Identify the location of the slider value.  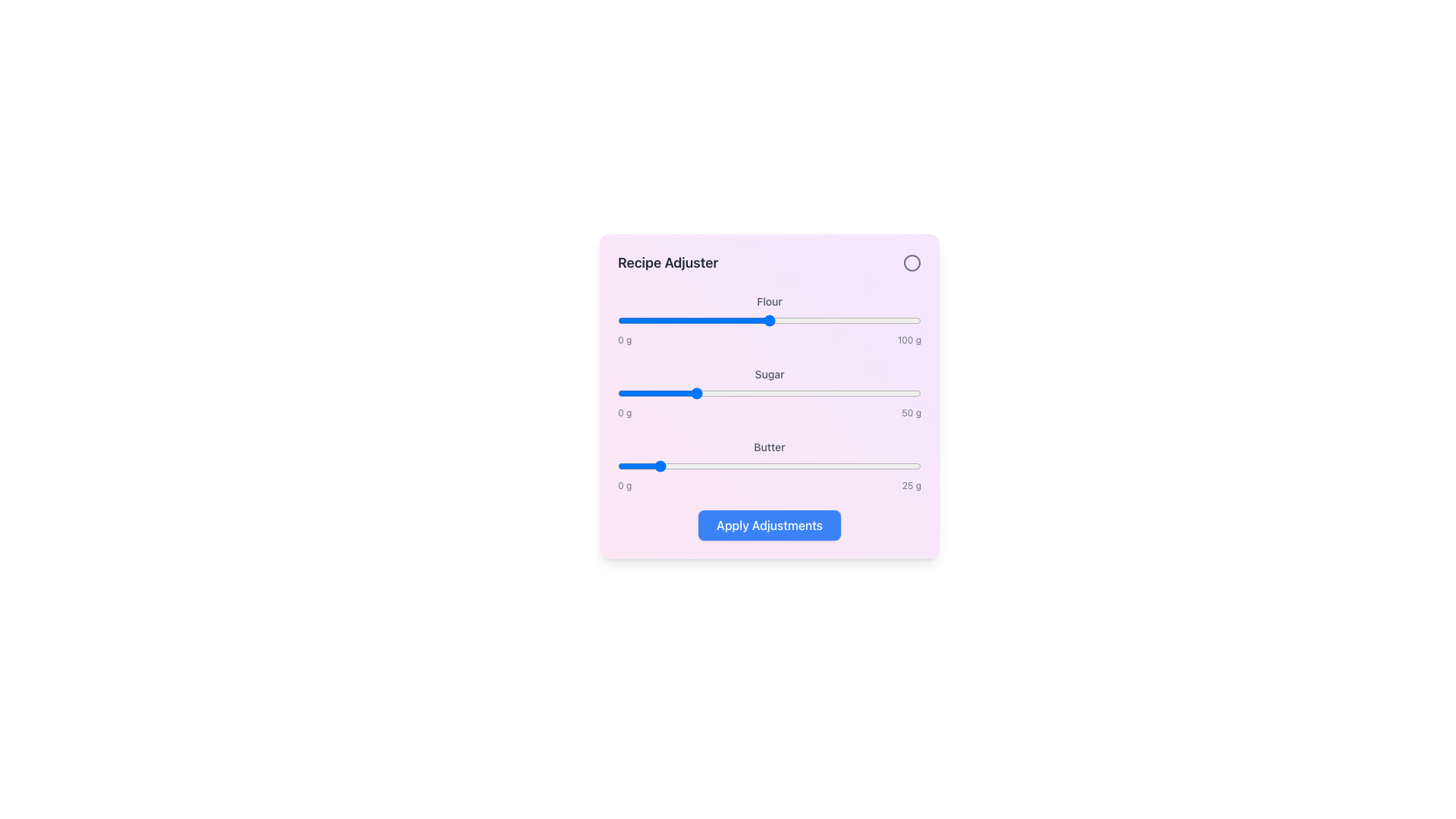
(775, 320).